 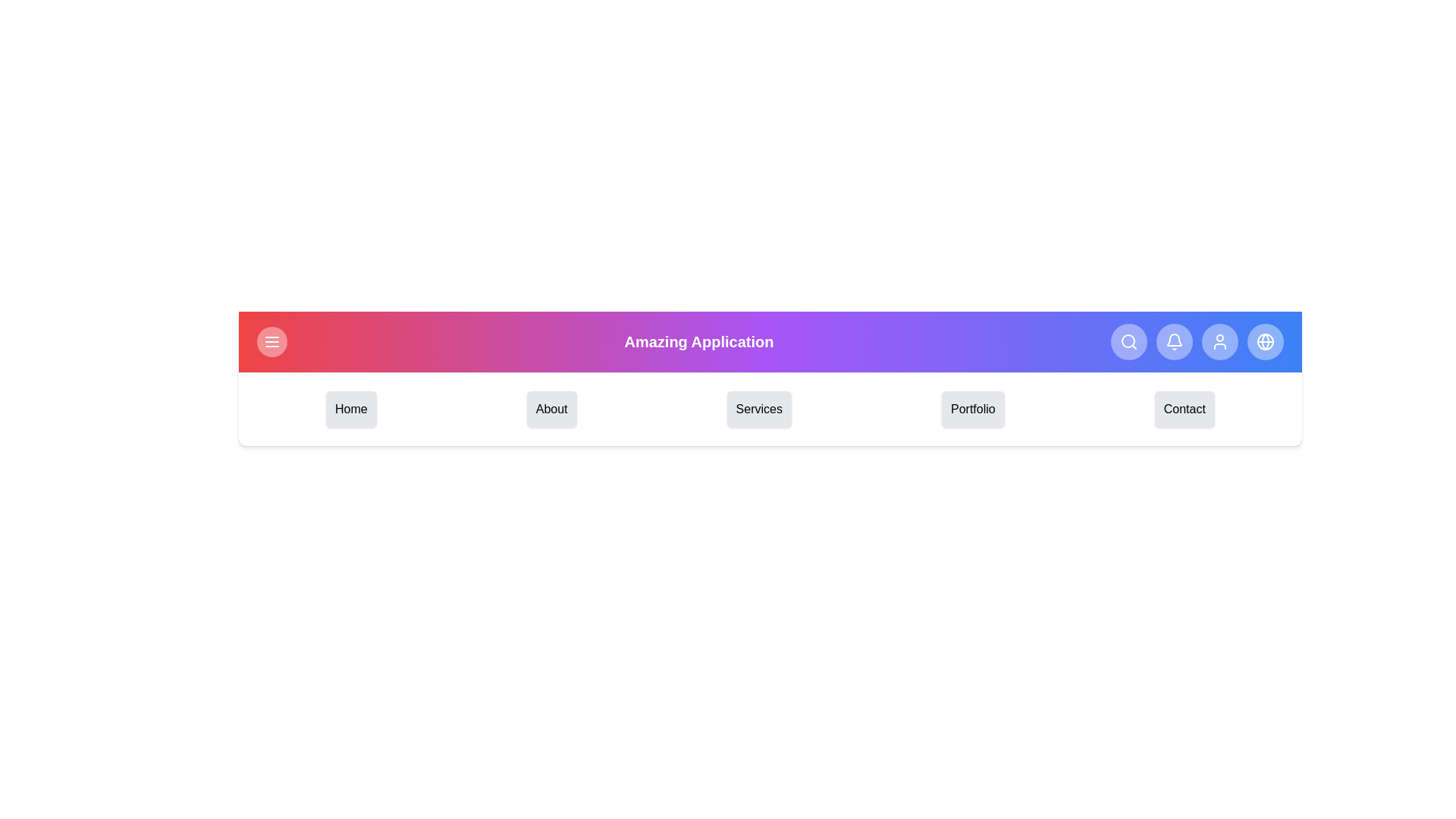 I want to click on the menu item About from the navigation bar, so click(x=550, y=409).